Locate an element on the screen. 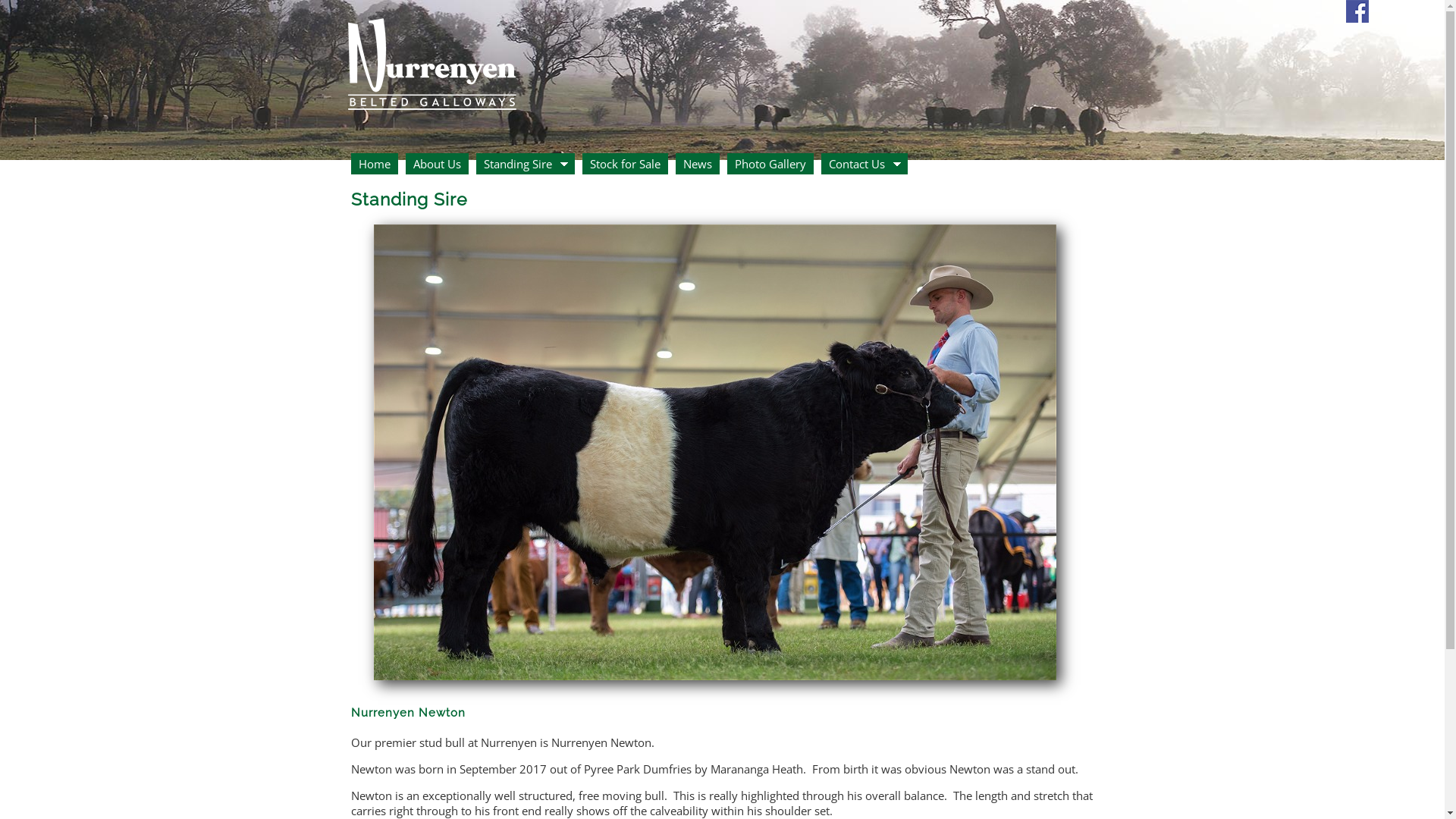 This screenshot has width=1456, height=819. 'About Us' is located at coordinates (435, 164).